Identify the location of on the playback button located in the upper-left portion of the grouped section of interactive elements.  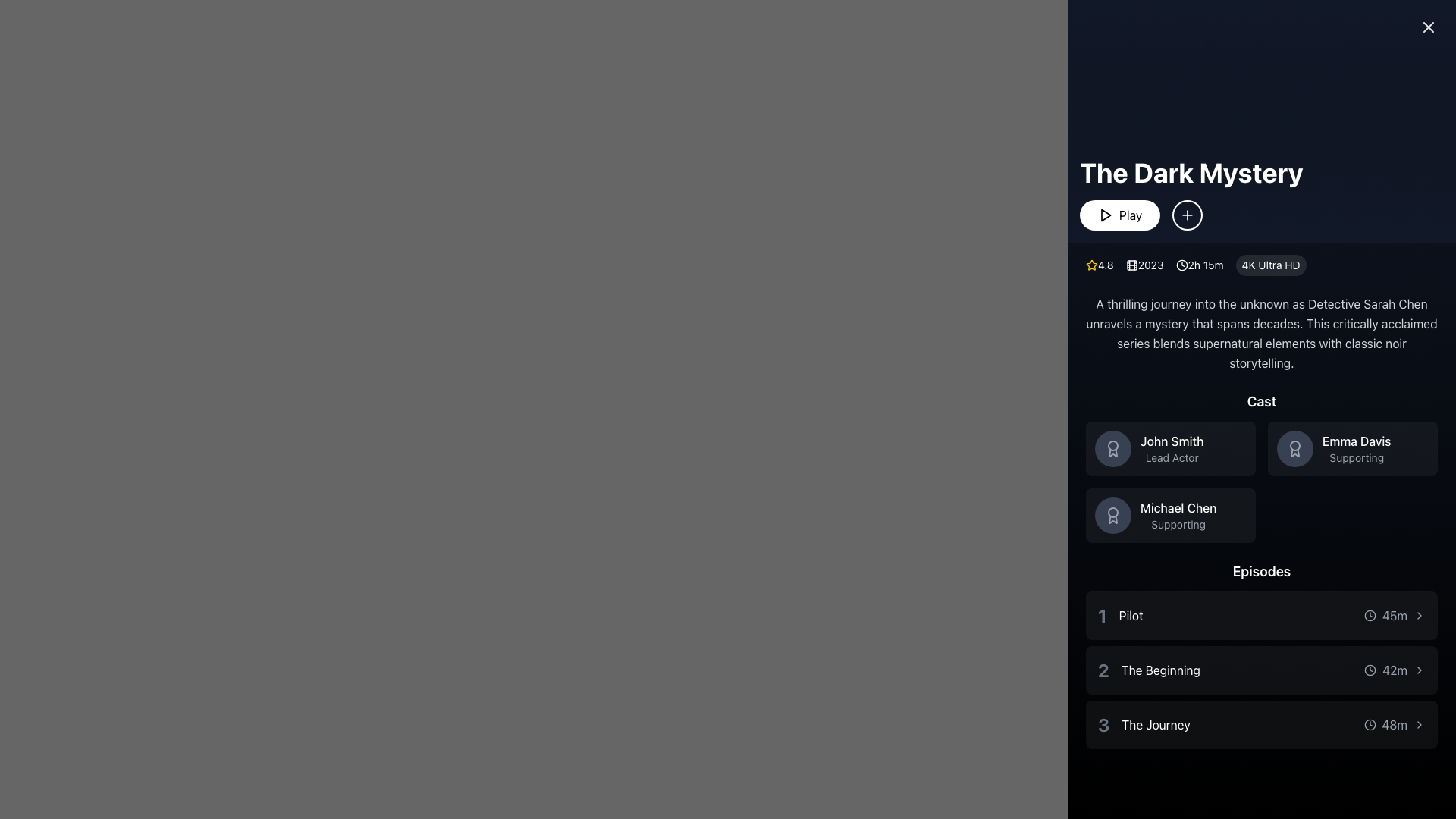
(1120, 215).